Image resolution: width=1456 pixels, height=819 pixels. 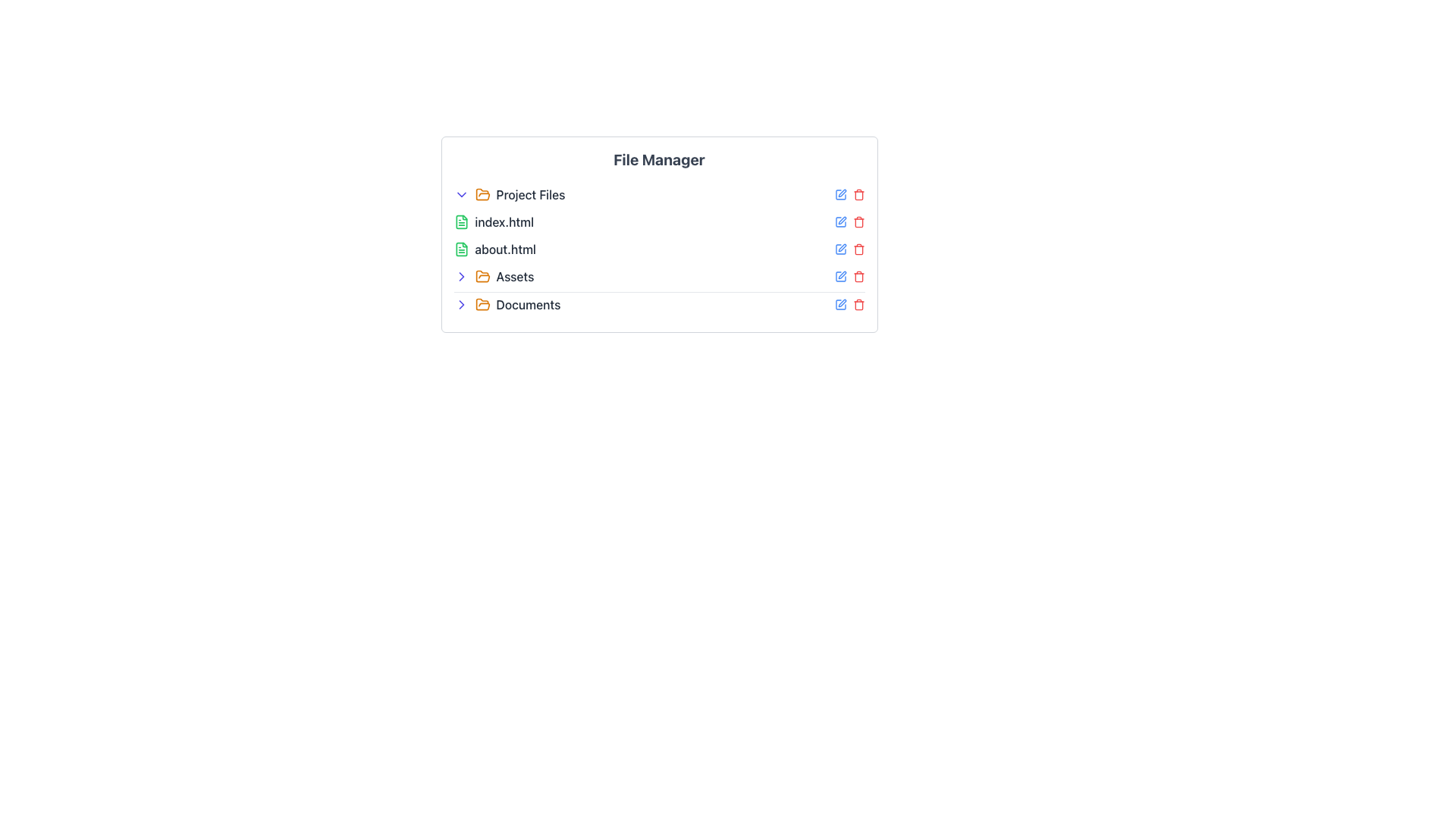 What do you see at coordinates (460, 277) in the screenshot?
I see `the Chevron Icon located to the right of the 'Documents' folder in the file manager interface, which indicates expandable content` at bounding box center [460, 277].